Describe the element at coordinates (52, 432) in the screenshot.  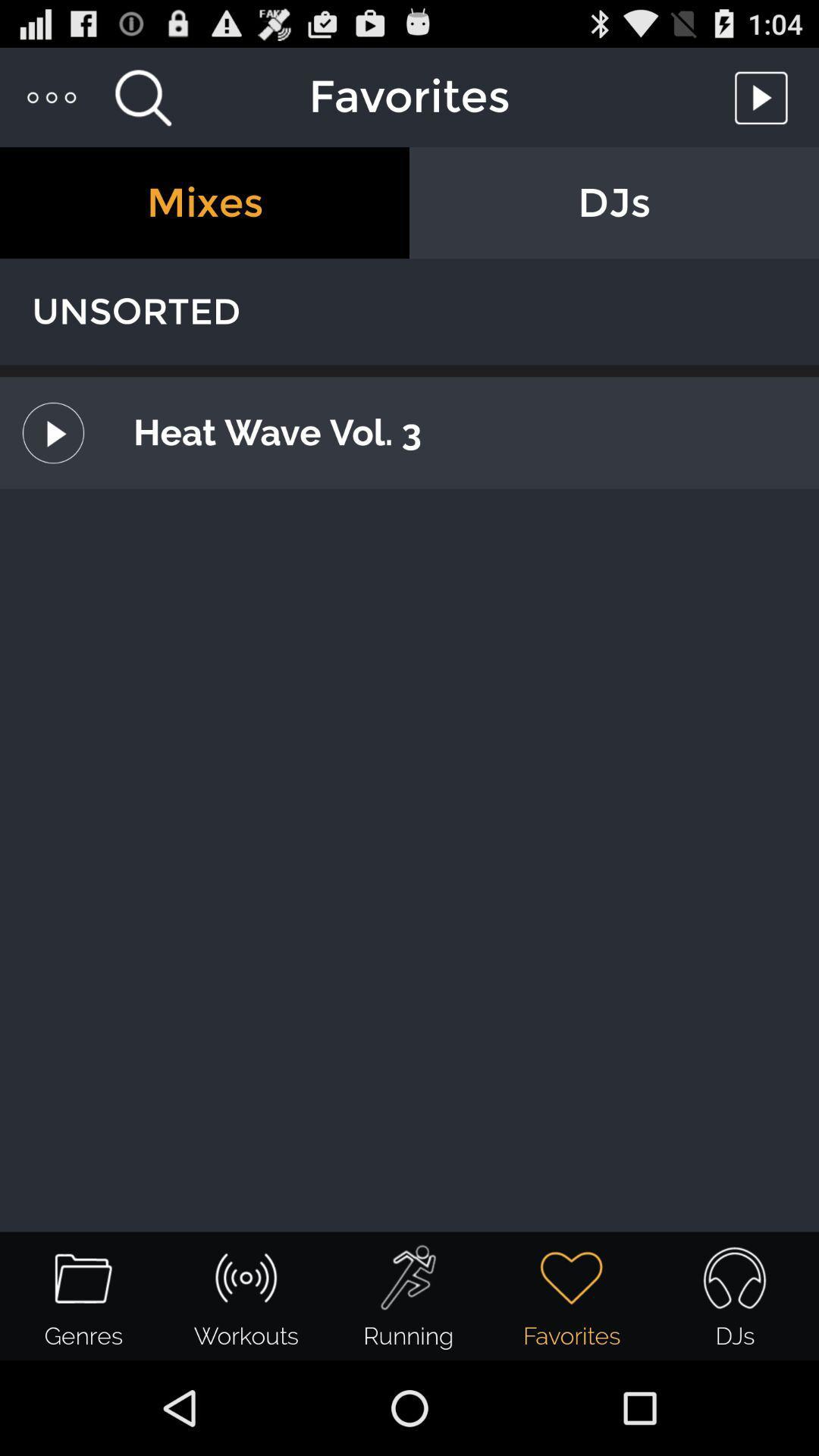
I see `icon next to the heat wave vol` at that location.